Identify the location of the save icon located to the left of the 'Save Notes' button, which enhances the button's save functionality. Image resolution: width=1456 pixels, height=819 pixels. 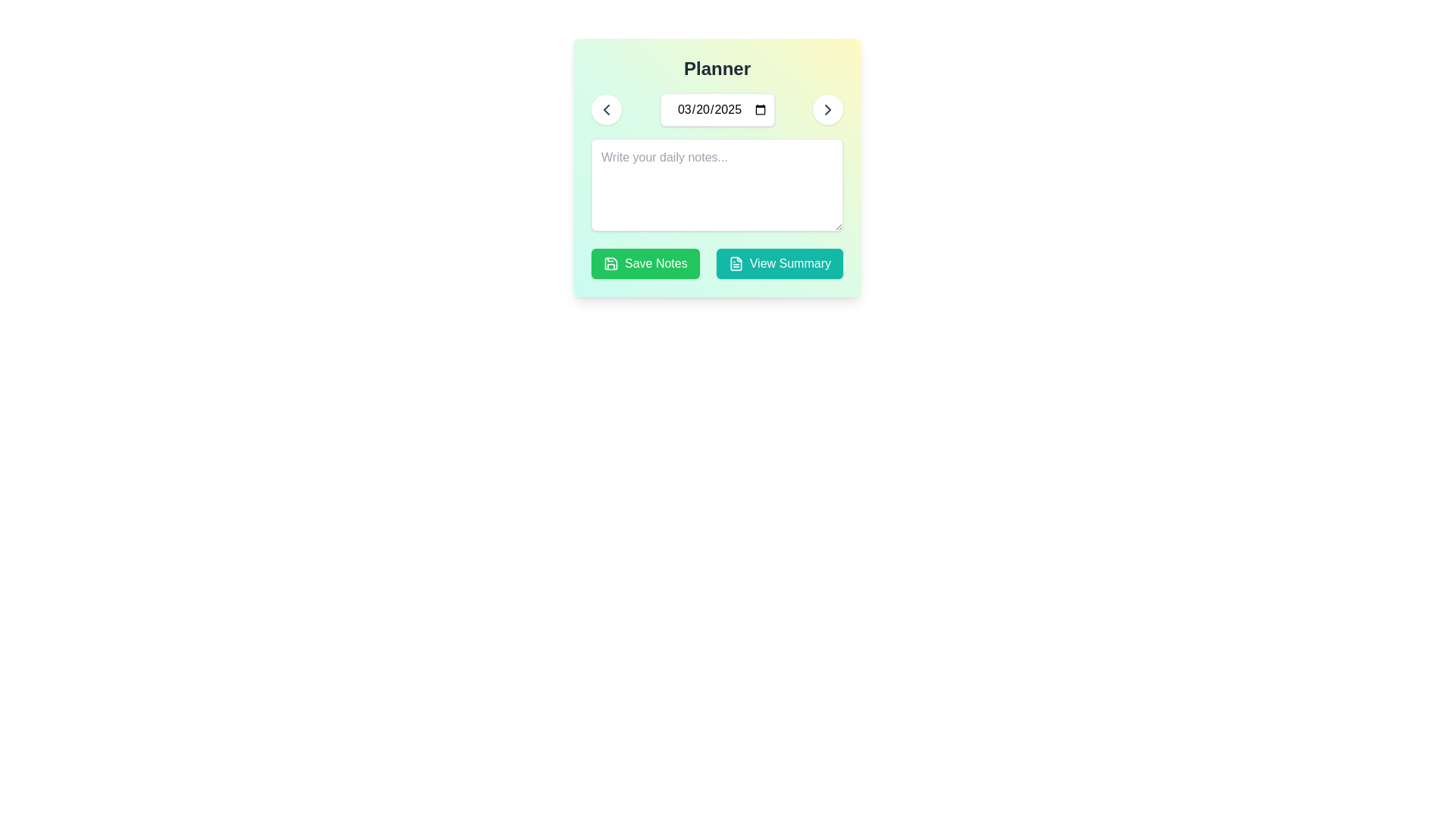
(611, 262).